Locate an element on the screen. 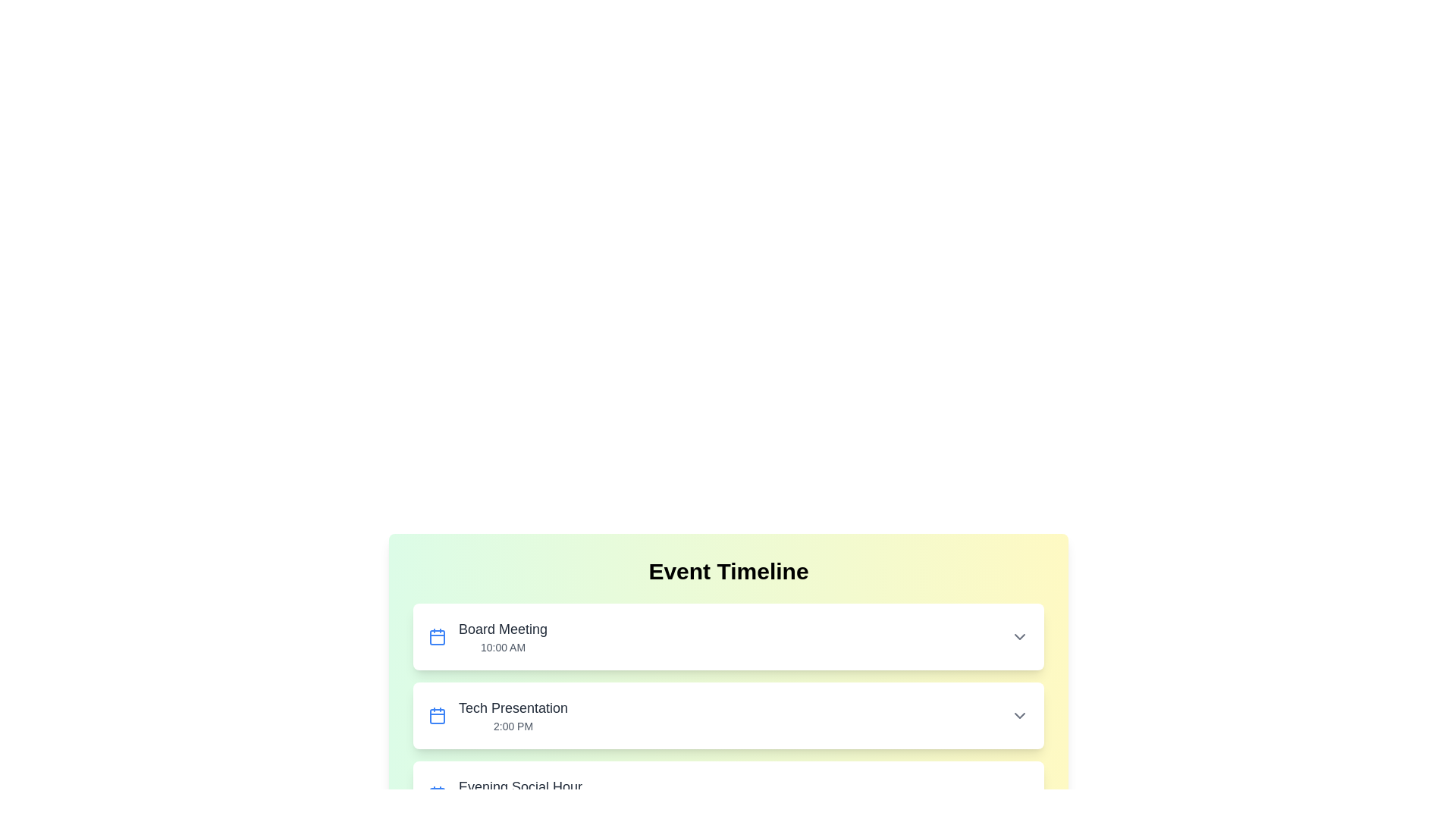  the calendar icon SVG element located to the left of the 'Tech Presentation' item in the event timeline, positioned between 'Board Meeting' and 'Evening Social Hour' is located at coordinates (436, 717).